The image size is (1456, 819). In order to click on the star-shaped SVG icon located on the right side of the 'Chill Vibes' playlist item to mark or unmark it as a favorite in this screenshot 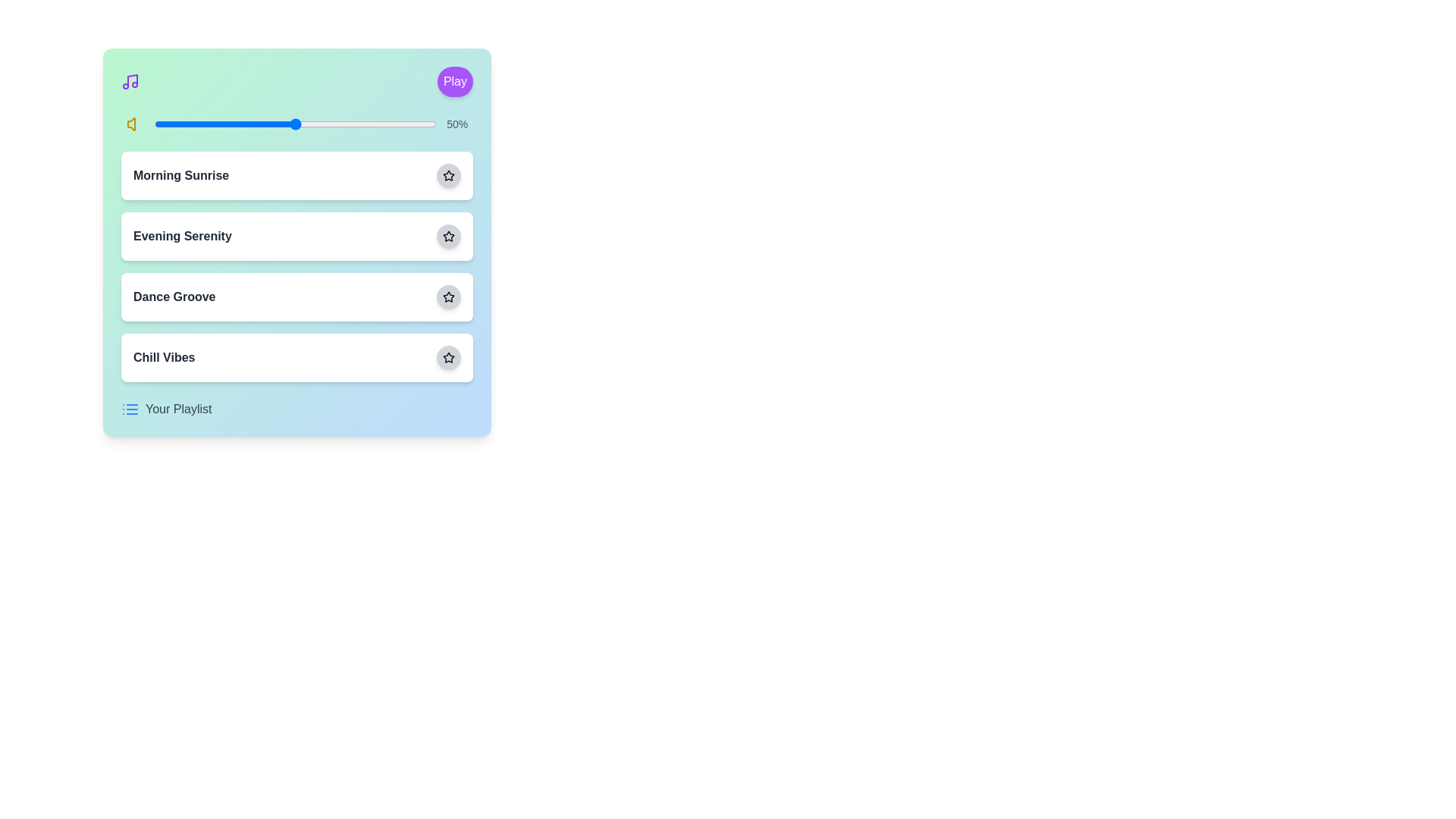, I will do `click(447, 357)`.